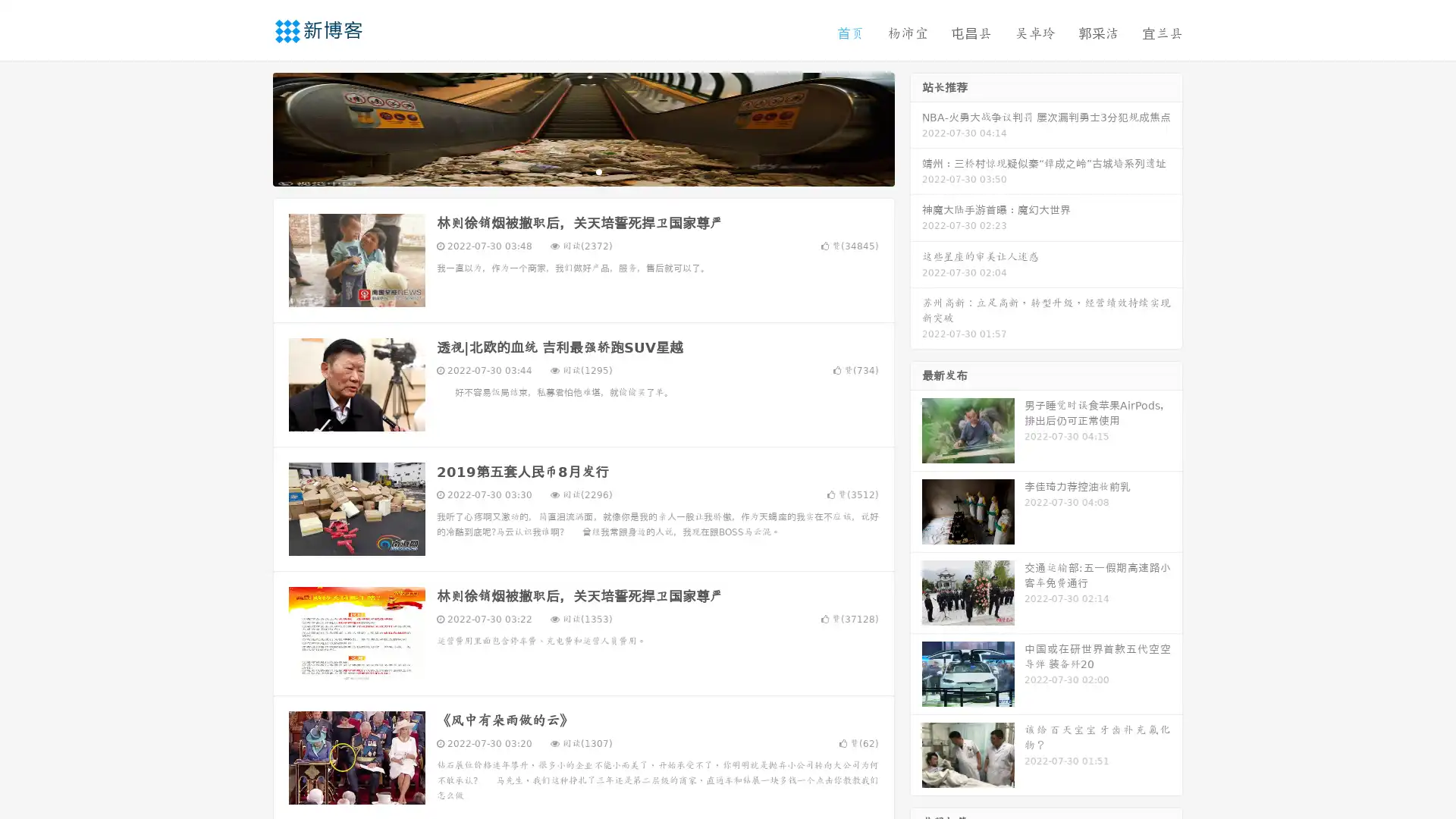  What do you see at coordinates (250, 127) in the screenshot?
I see `Previous slide` at bounding box center [250, 127].